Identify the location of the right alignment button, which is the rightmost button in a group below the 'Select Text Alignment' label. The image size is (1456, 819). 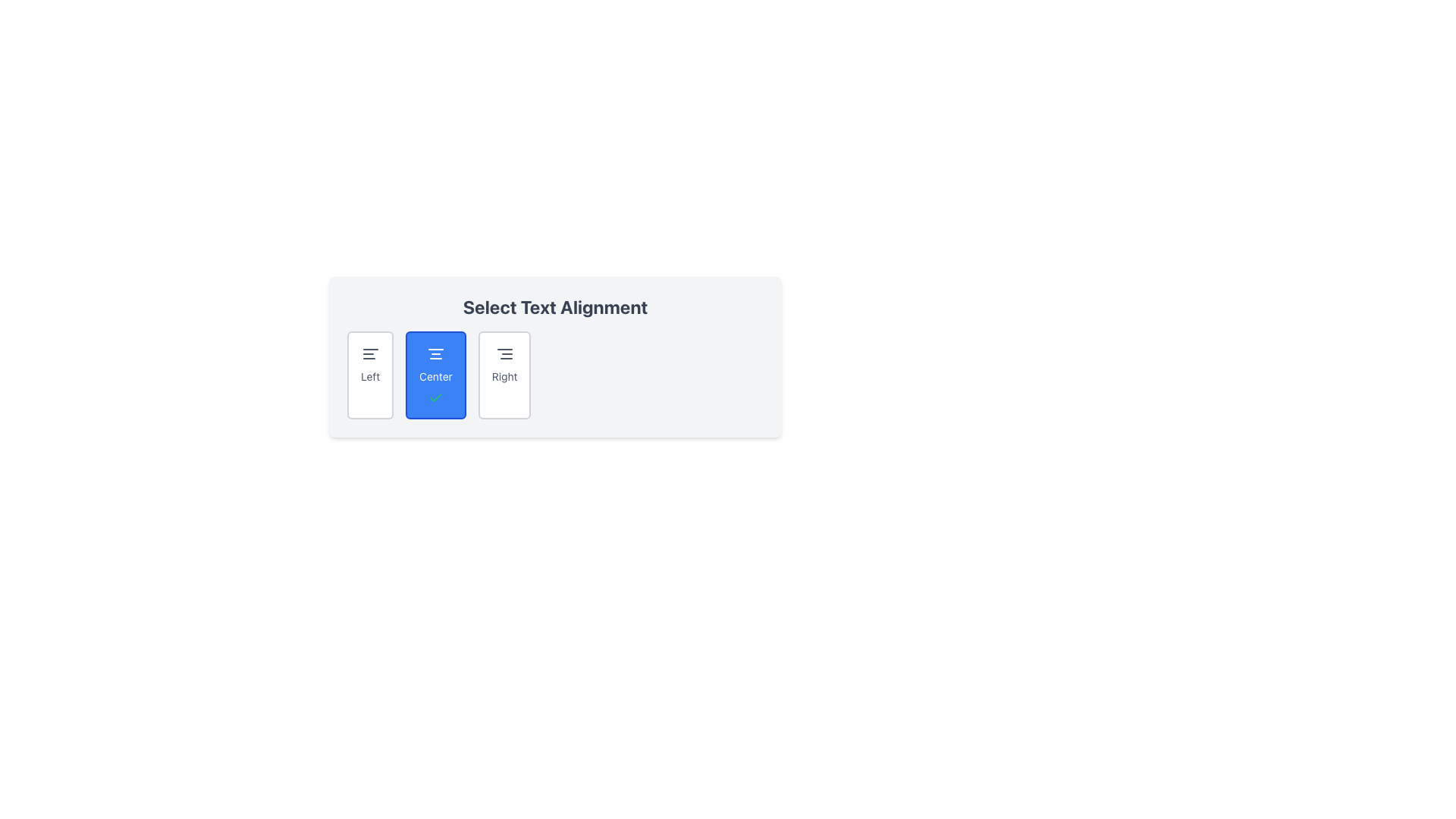
(504, 353).